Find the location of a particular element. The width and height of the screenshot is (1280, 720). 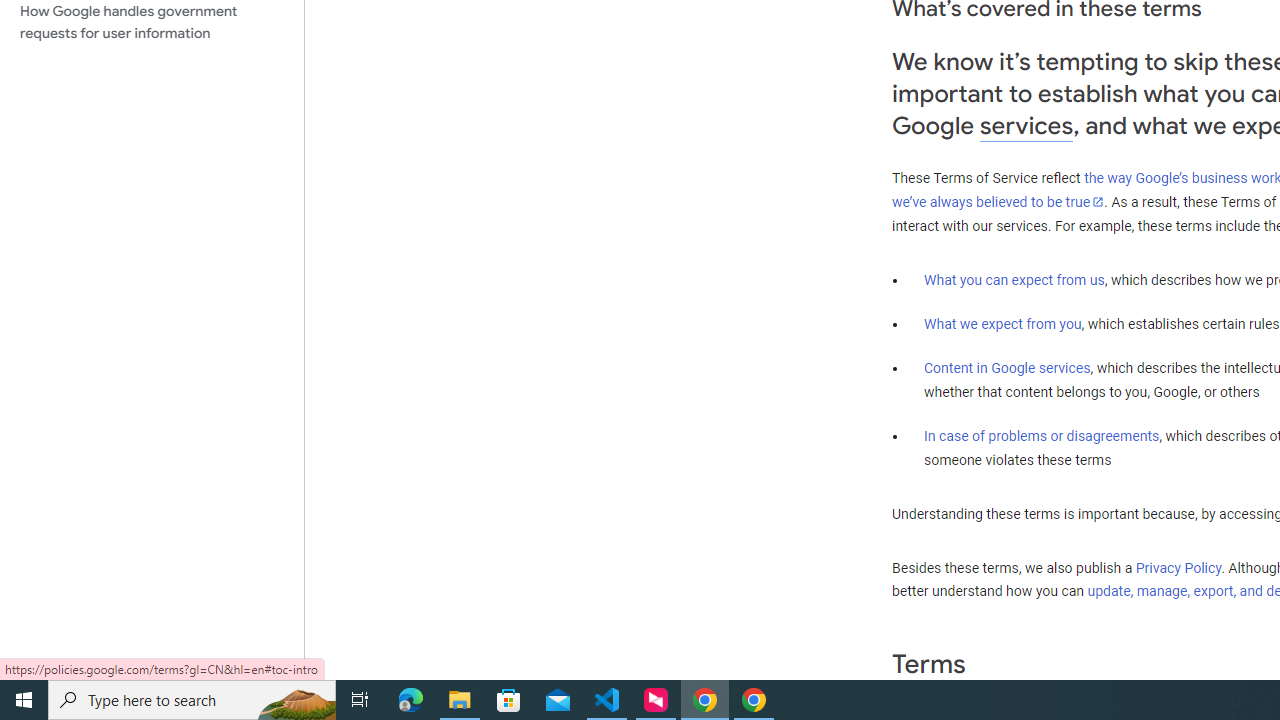

'Content in Google services' is located at coordinates (1007, 368).